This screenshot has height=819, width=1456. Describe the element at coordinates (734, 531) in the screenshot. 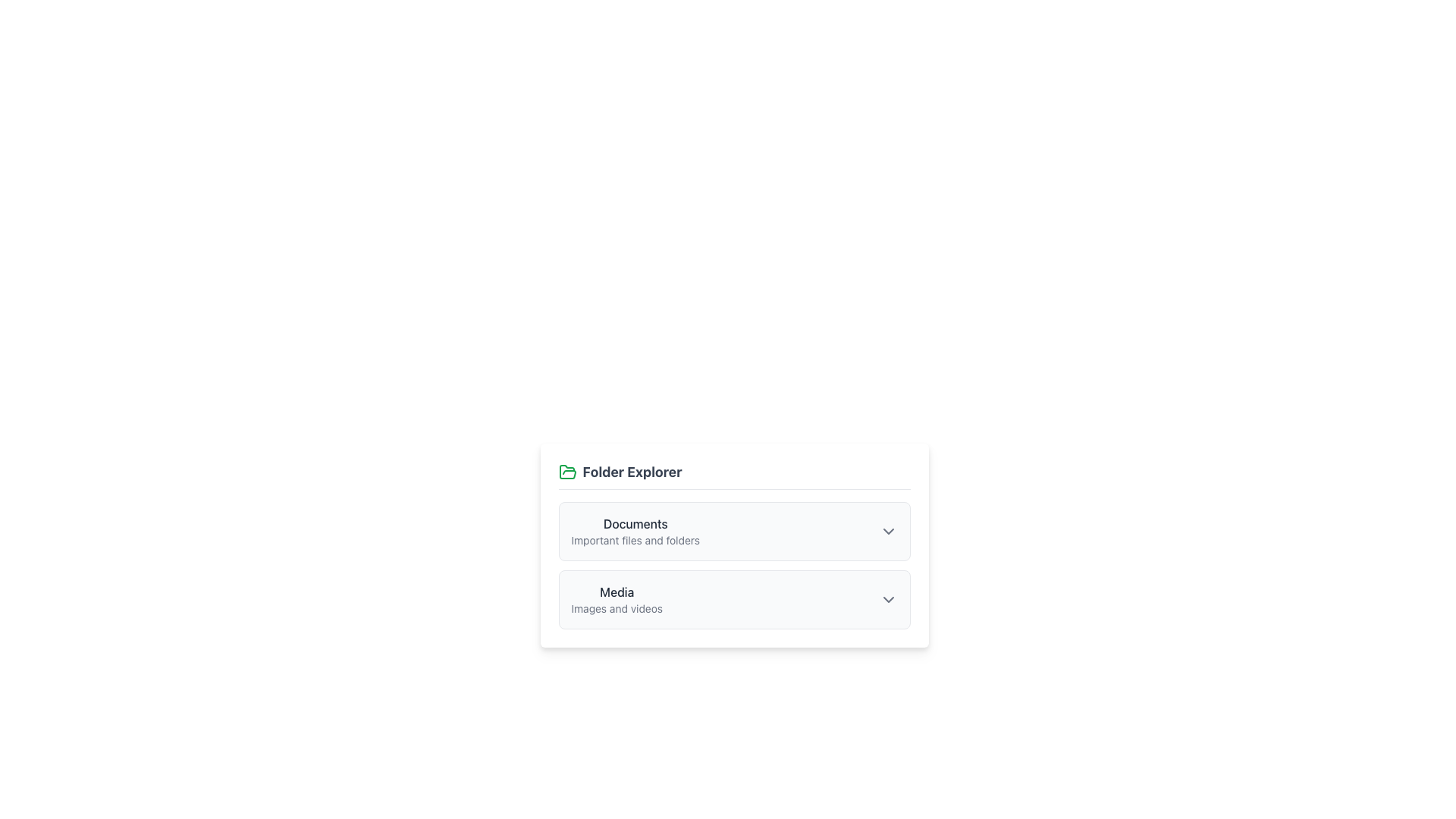

I see `the first selectable entry in the 'Documents' category within the 'Folder Explorer' section` at that location.